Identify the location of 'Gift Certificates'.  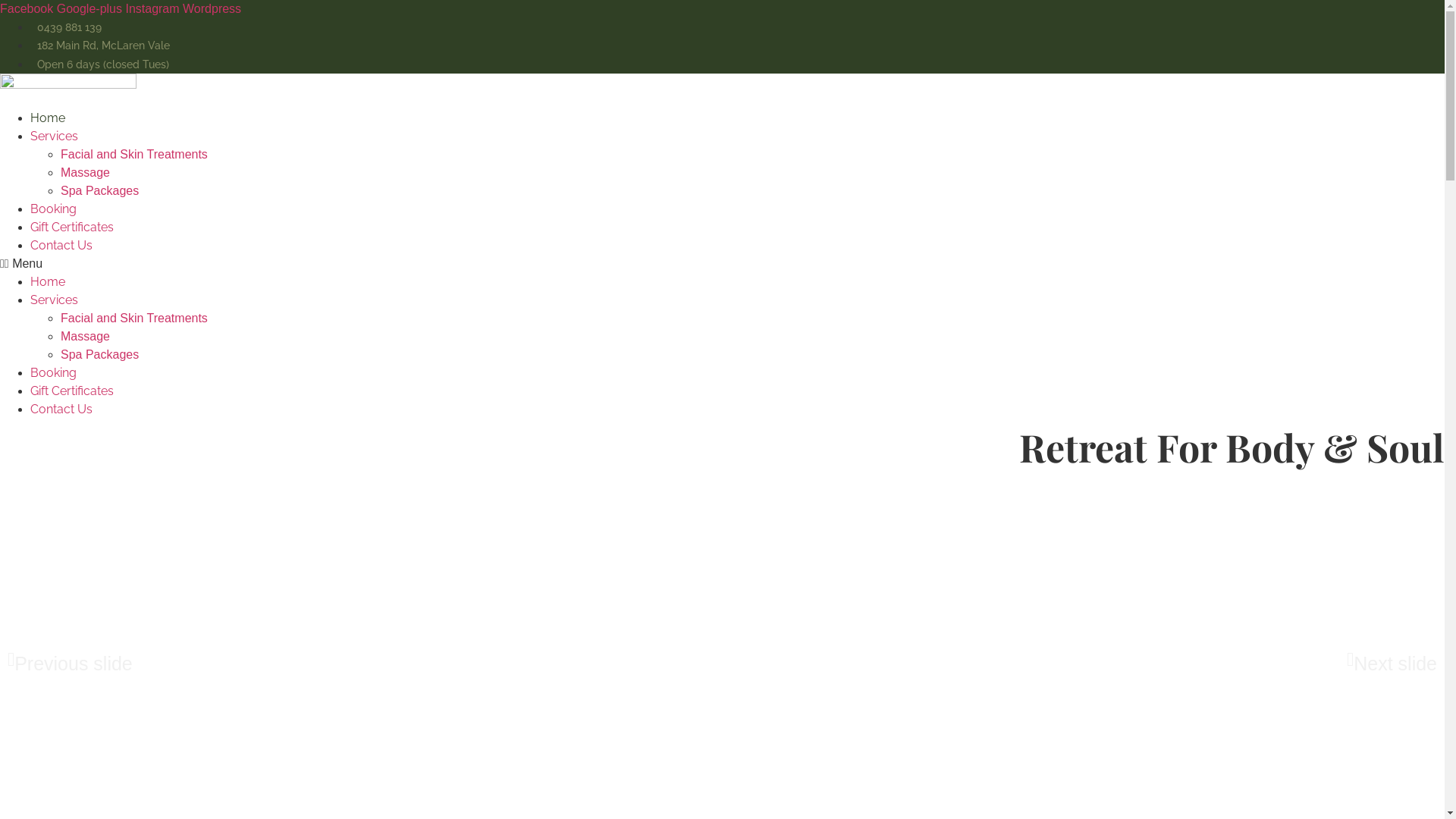
(71, 390).